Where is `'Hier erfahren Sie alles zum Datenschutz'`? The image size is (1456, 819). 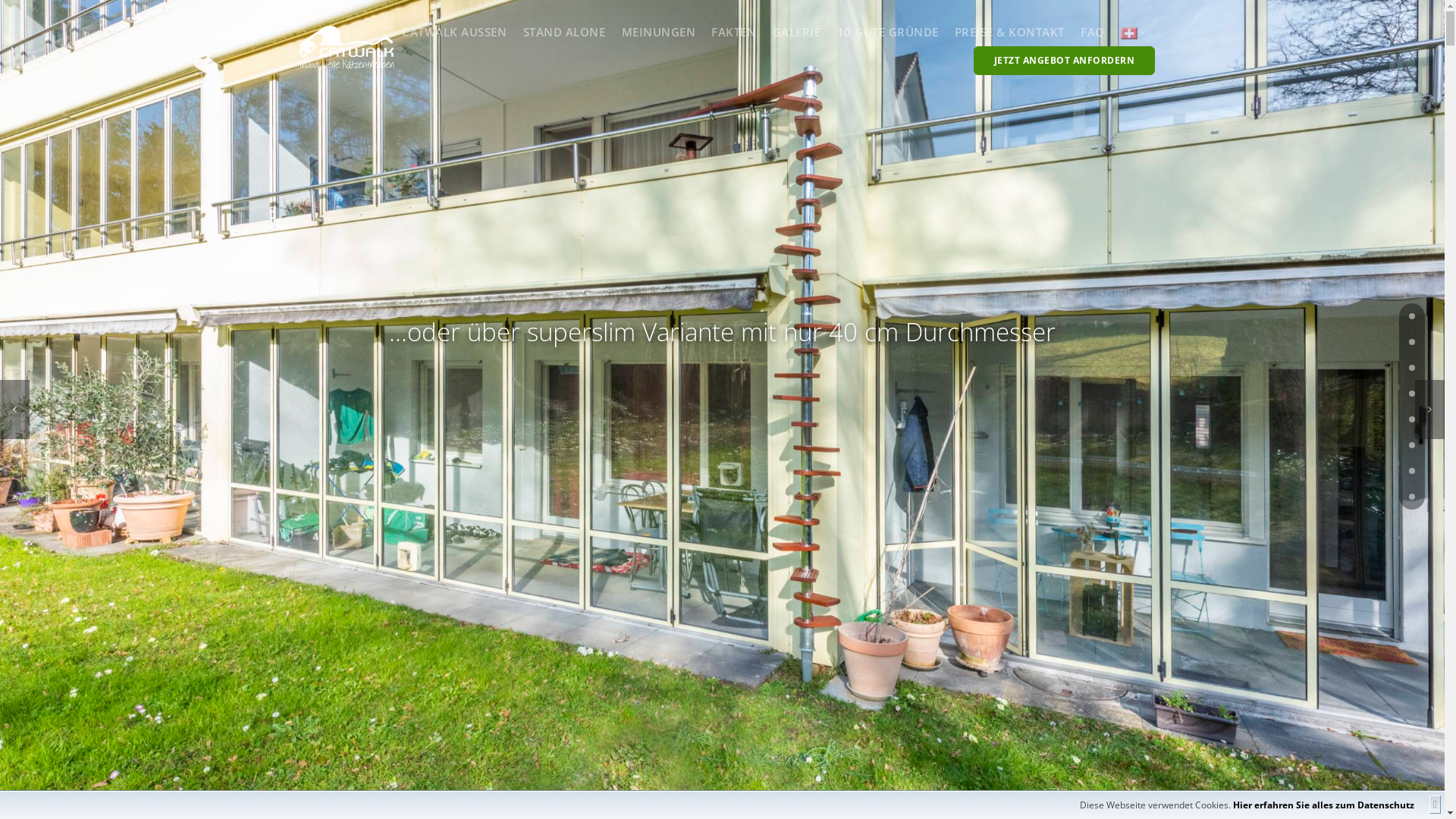
'Hier erfahren Sie alles zum Datenschutz' is located at coordinates (1233, 804).